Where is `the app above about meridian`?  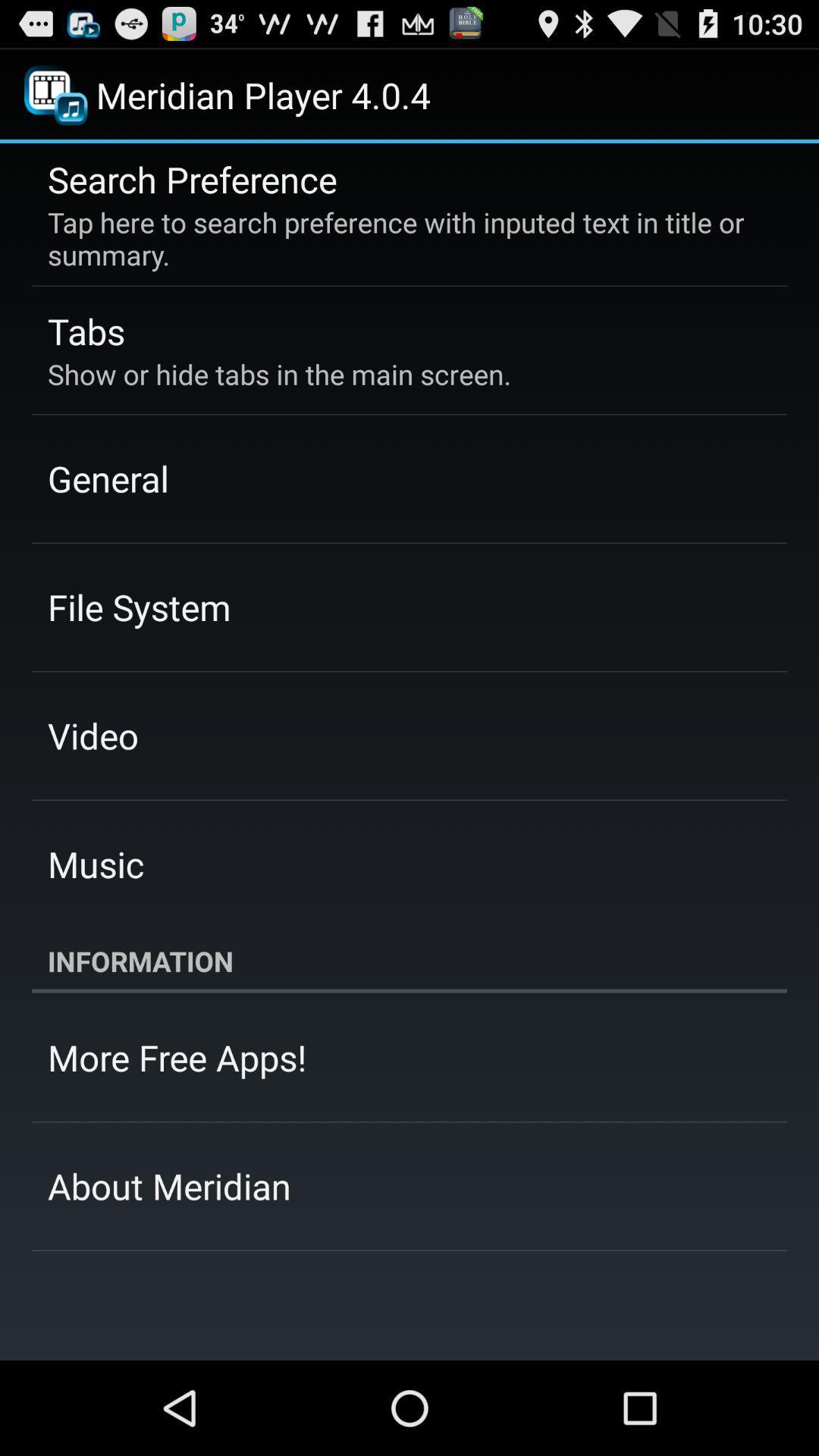
the app above about meridian is located at coordinates (176, 1056).